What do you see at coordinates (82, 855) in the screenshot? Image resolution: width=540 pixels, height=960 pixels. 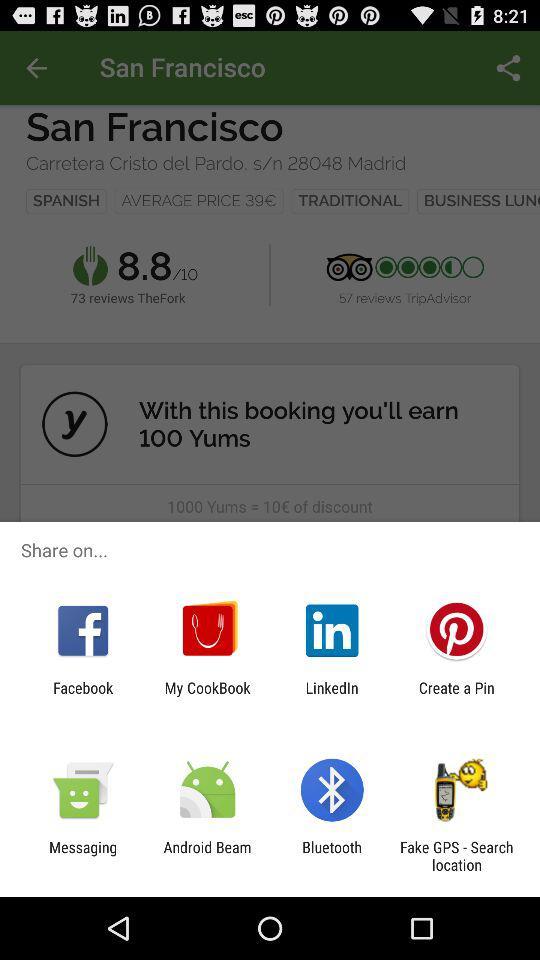 I see `messaging app` at bounding box center [82, 855].